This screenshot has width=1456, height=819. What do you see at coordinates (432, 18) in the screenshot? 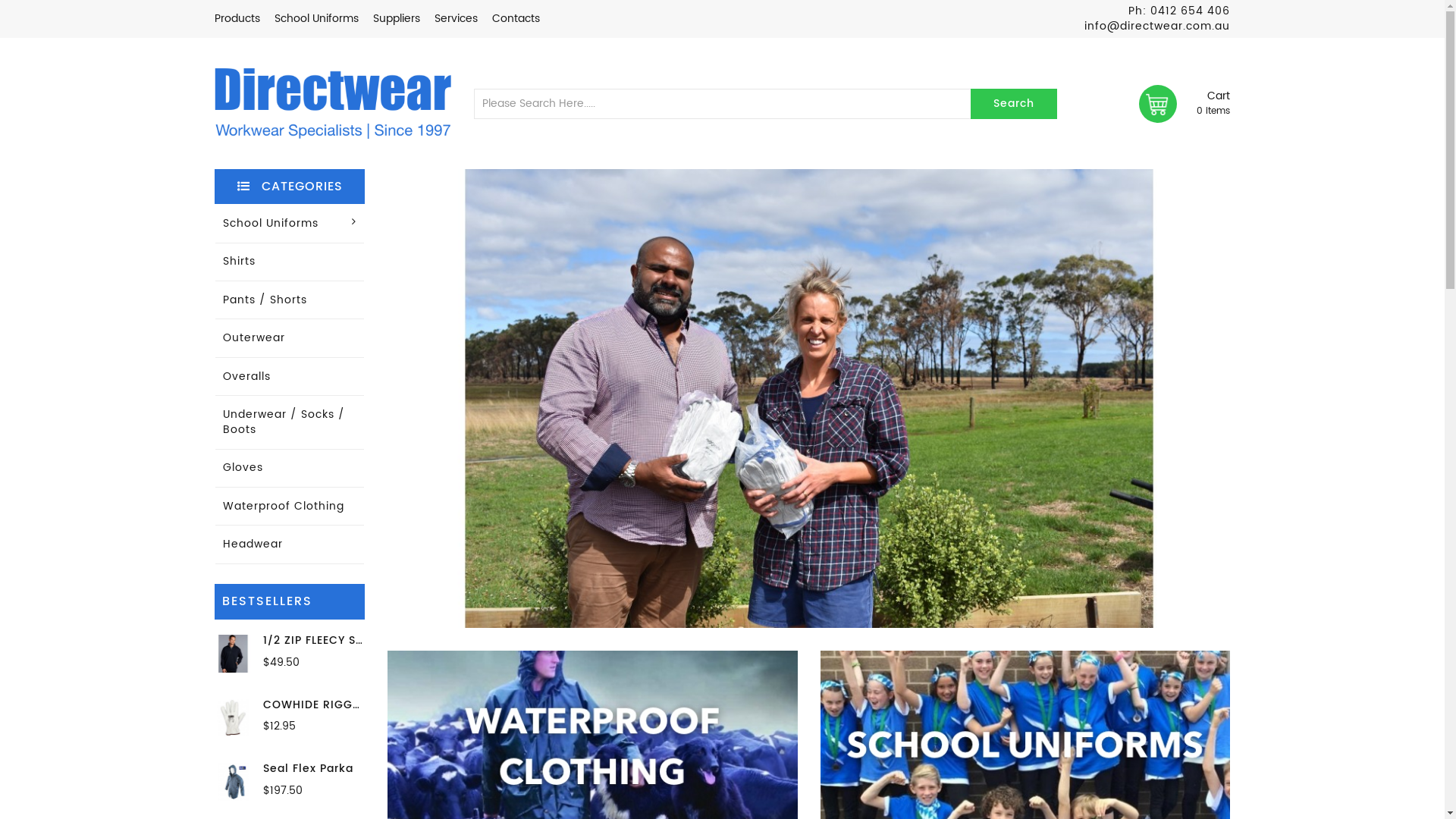
I see `'Services'` at bounding box center [432, 18].